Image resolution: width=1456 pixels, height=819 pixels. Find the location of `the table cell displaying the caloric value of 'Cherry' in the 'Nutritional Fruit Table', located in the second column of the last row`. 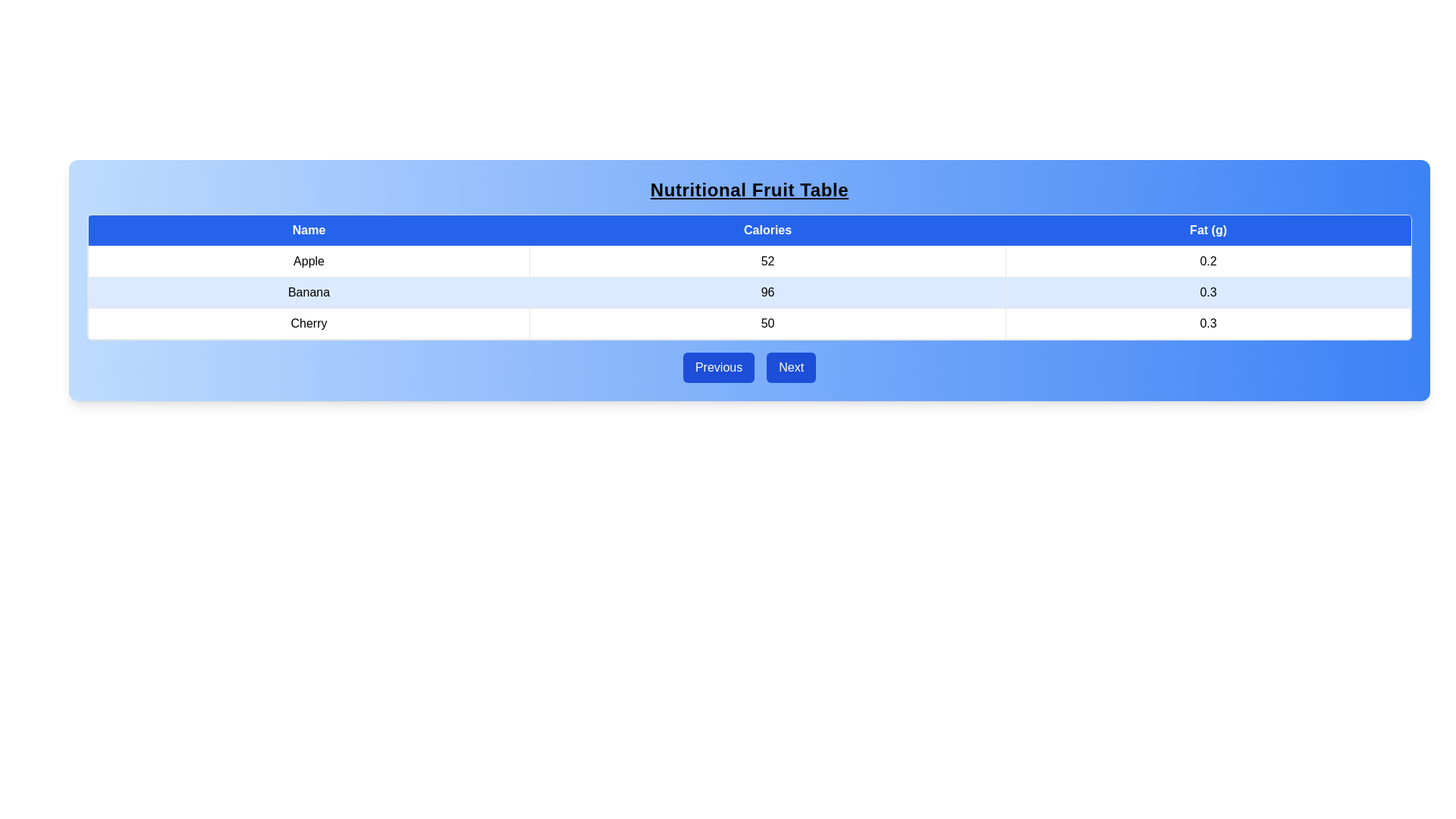

the table cell displaying the caloric value of 'Cherry' in the 'Nutritional Fruit Table', located in the second column of the last row is located at coordinates (767, 323).